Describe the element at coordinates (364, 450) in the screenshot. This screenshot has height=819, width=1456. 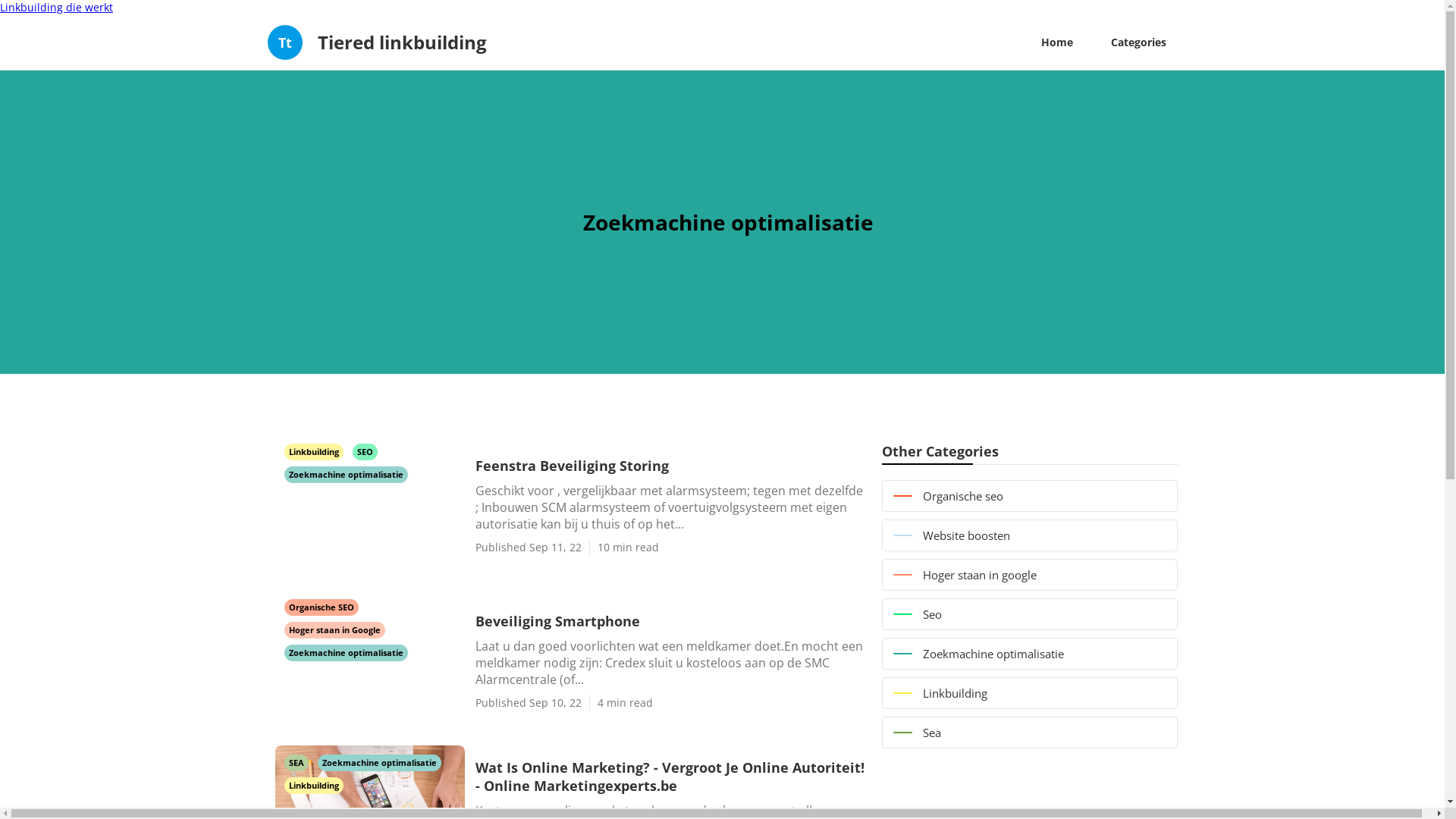
I see `'SEO'` at that location.